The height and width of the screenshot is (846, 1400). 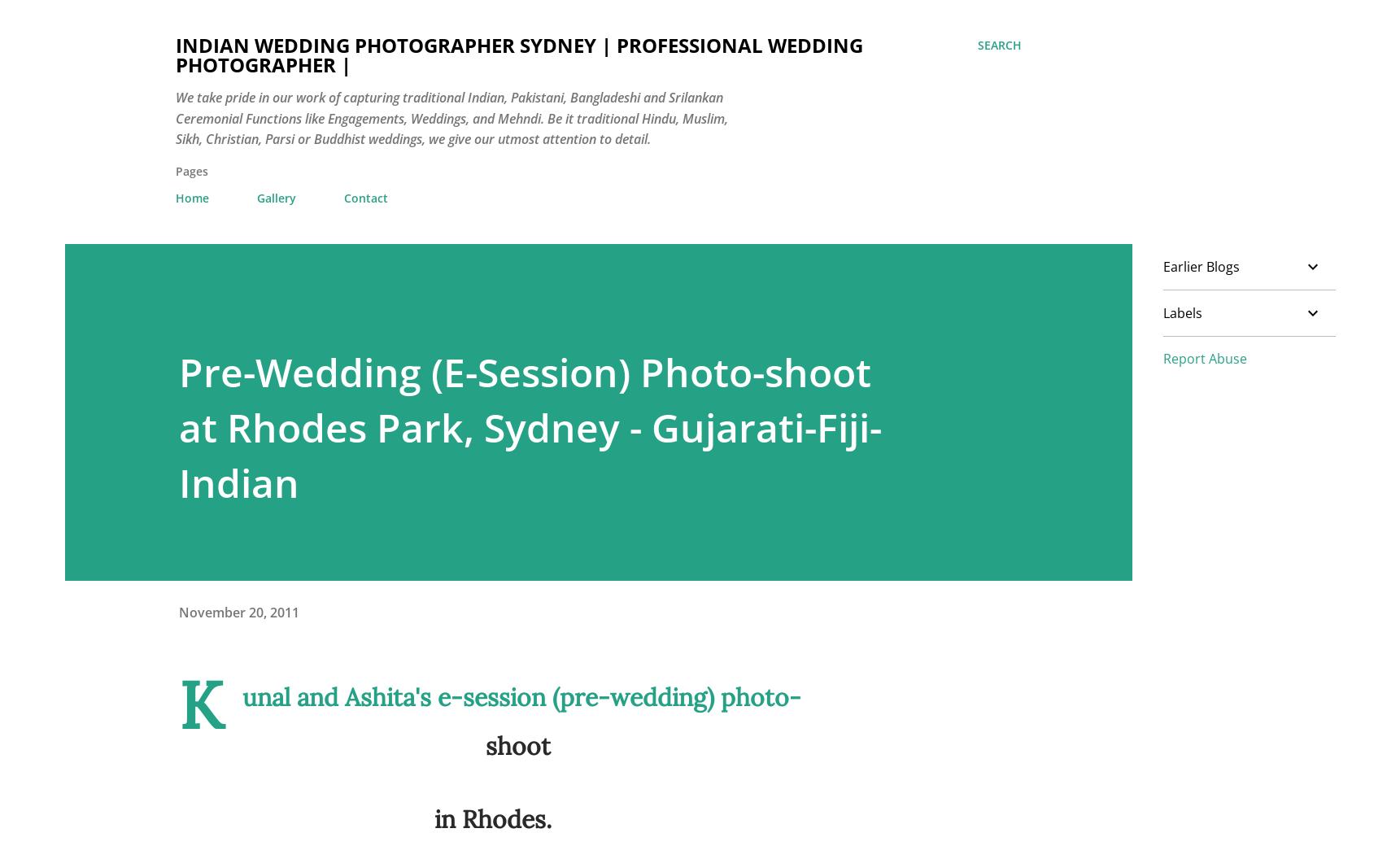 I want to click on 'Fiji', so click(x=894, y=799).